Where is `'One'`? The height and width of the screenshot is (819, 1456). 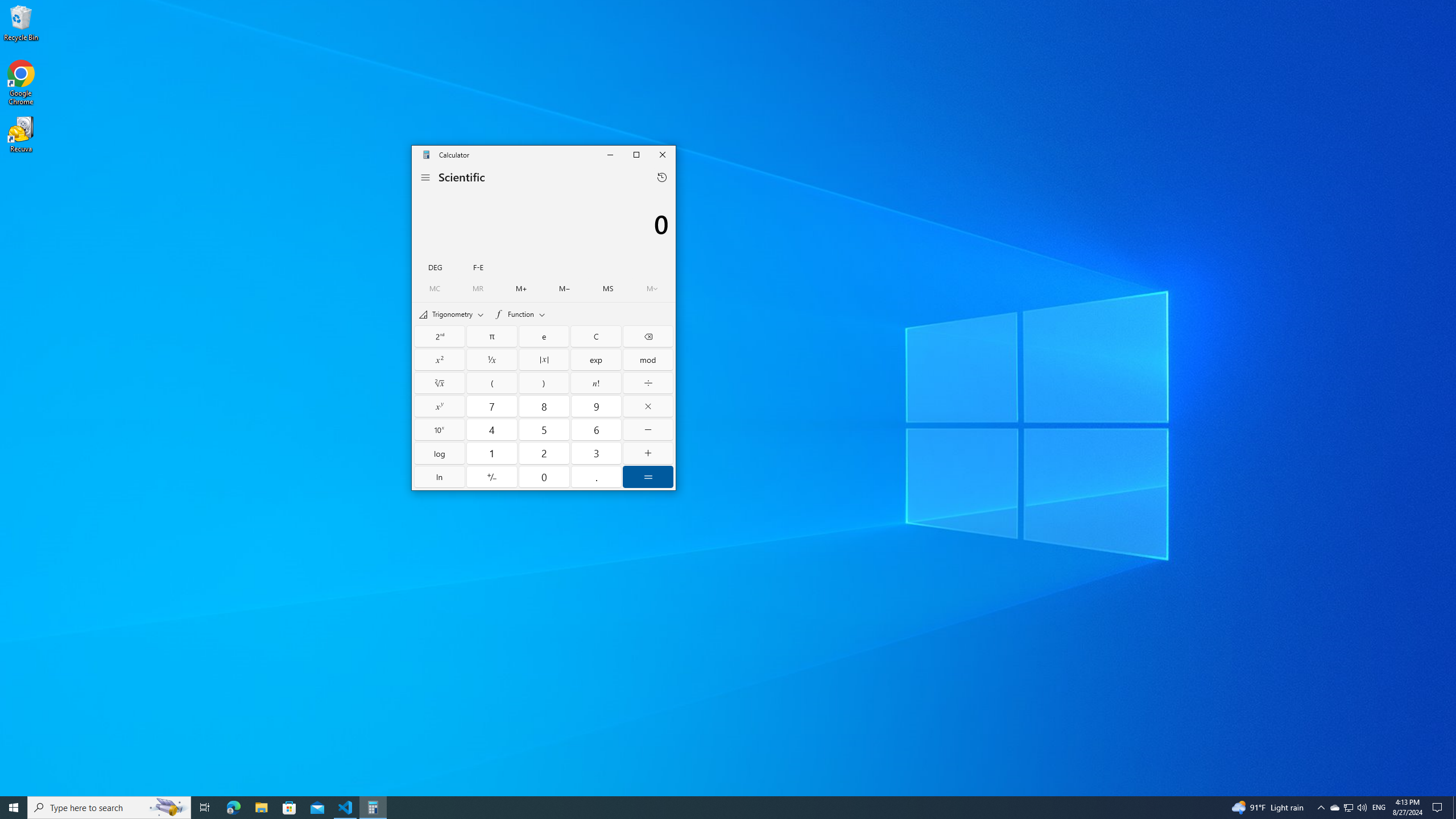 'One' is located at coordinates (491, 453).